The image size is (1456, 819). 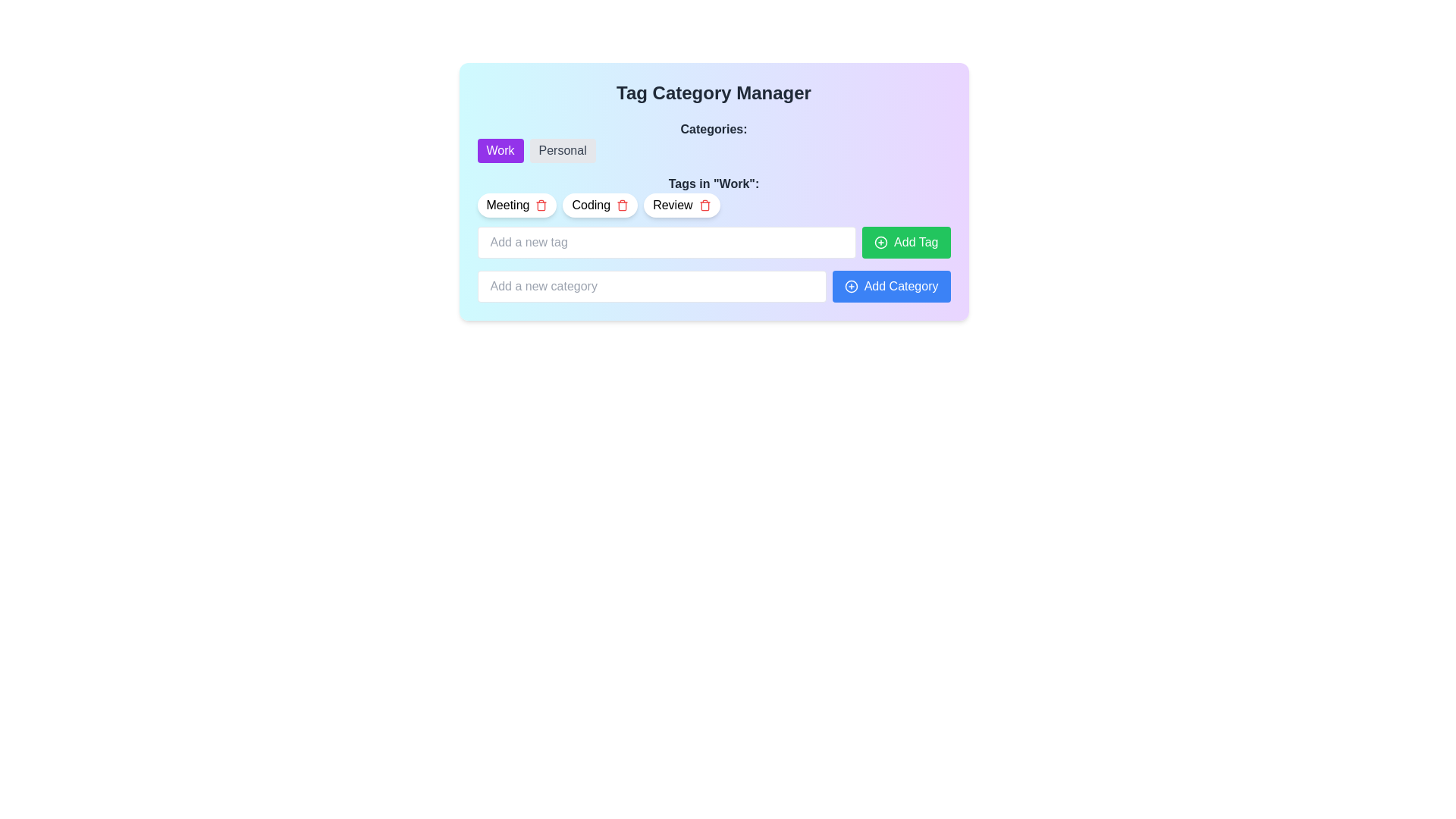 I want to click on the icon within the 'Add Category' button, which represents the action to add a new category, located to the left of the 'Add Category' text label, so click(x=851, y=287).